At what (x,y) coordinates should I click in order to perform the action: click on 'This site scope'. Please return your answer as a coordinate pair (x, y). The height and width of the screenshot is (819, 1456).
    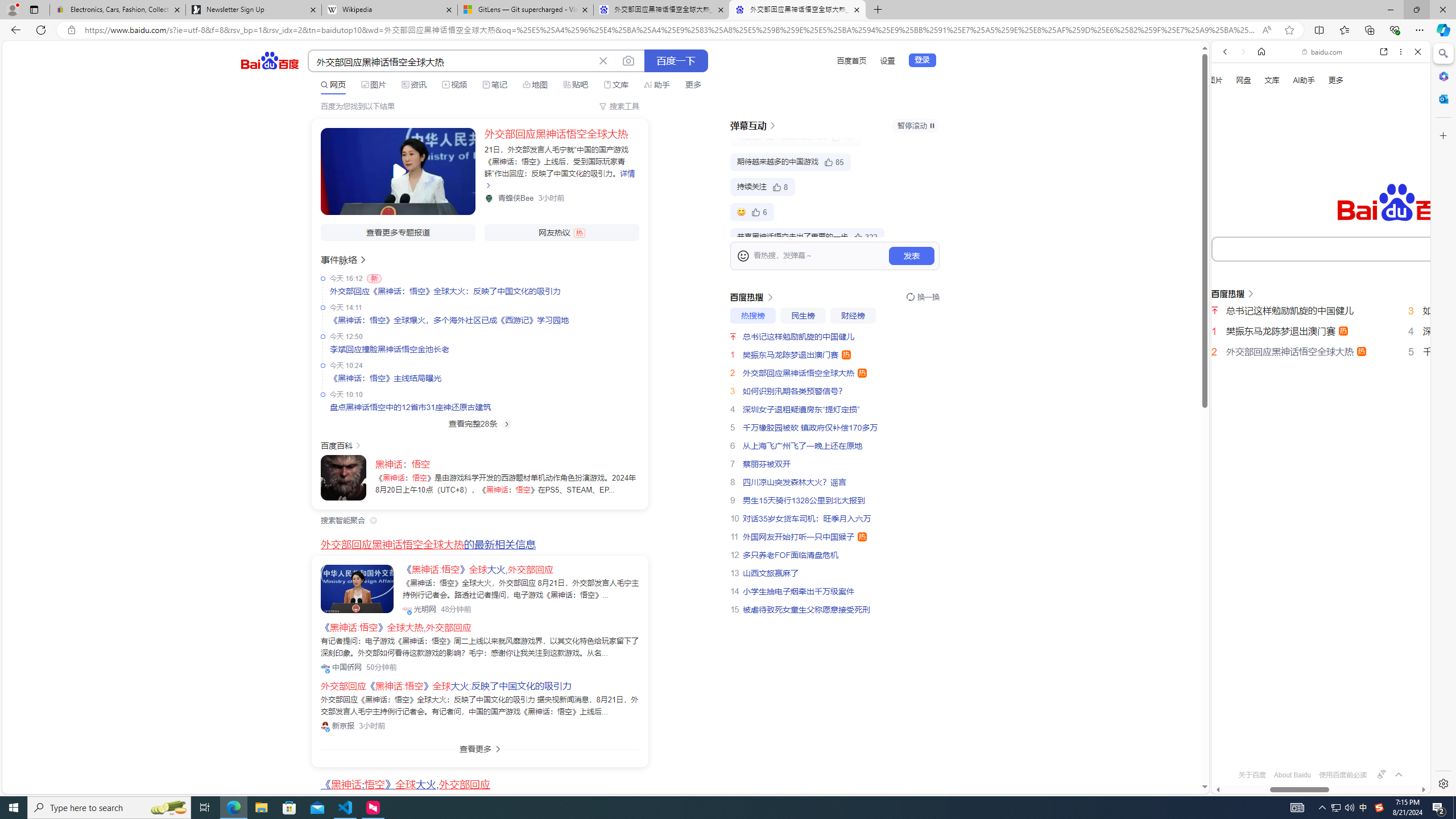
    Looking at the image, I should click on (1259, 102).